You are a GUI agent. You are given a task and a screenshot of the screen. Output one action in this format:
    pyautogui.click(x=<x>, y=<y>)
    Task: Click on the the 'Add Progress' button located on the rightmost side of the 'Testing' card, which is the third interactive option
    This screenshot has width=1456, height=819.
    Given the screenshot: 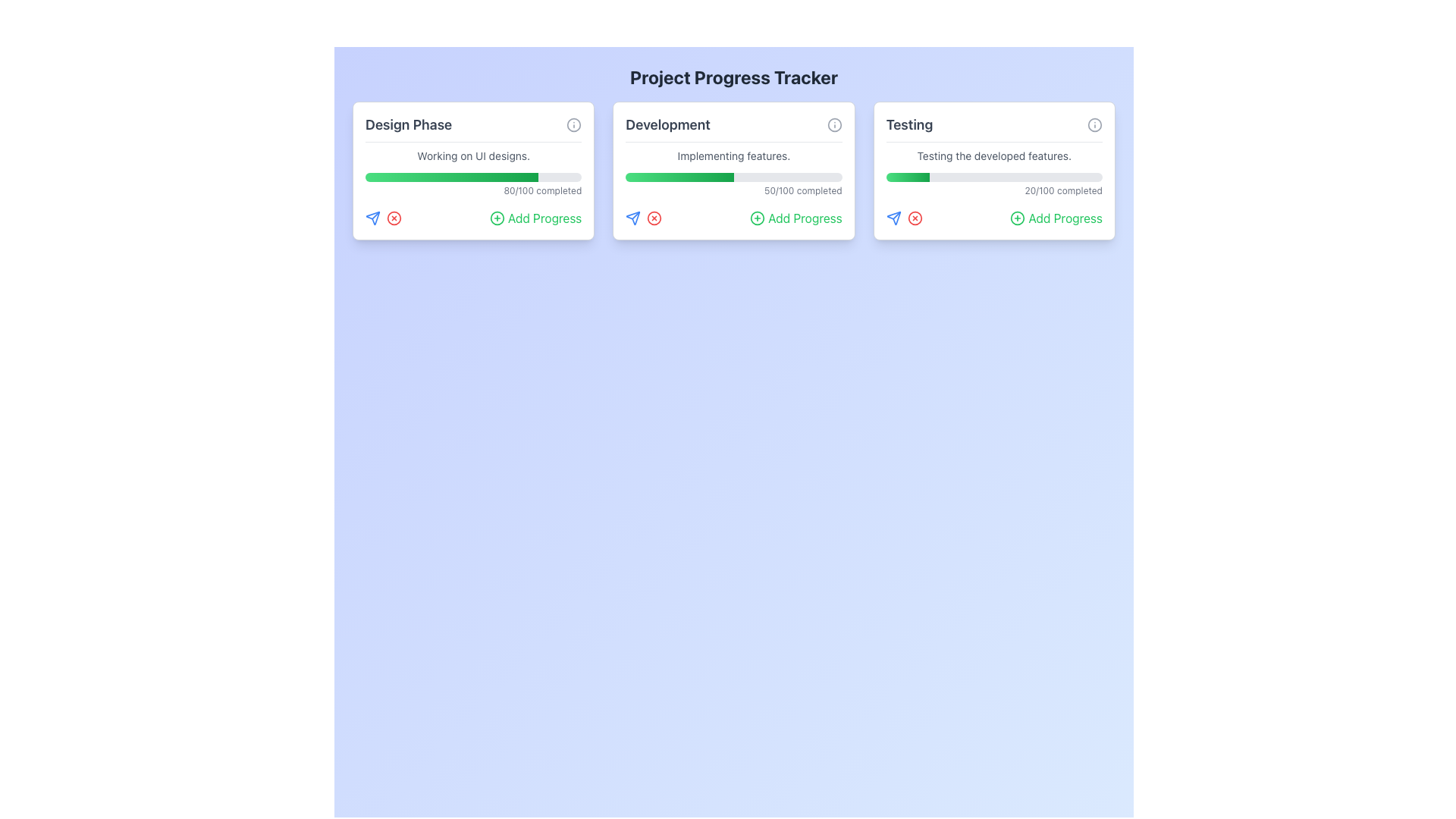 What is the action you would take?
    pyautogui.click(x=1055, y=218)
    